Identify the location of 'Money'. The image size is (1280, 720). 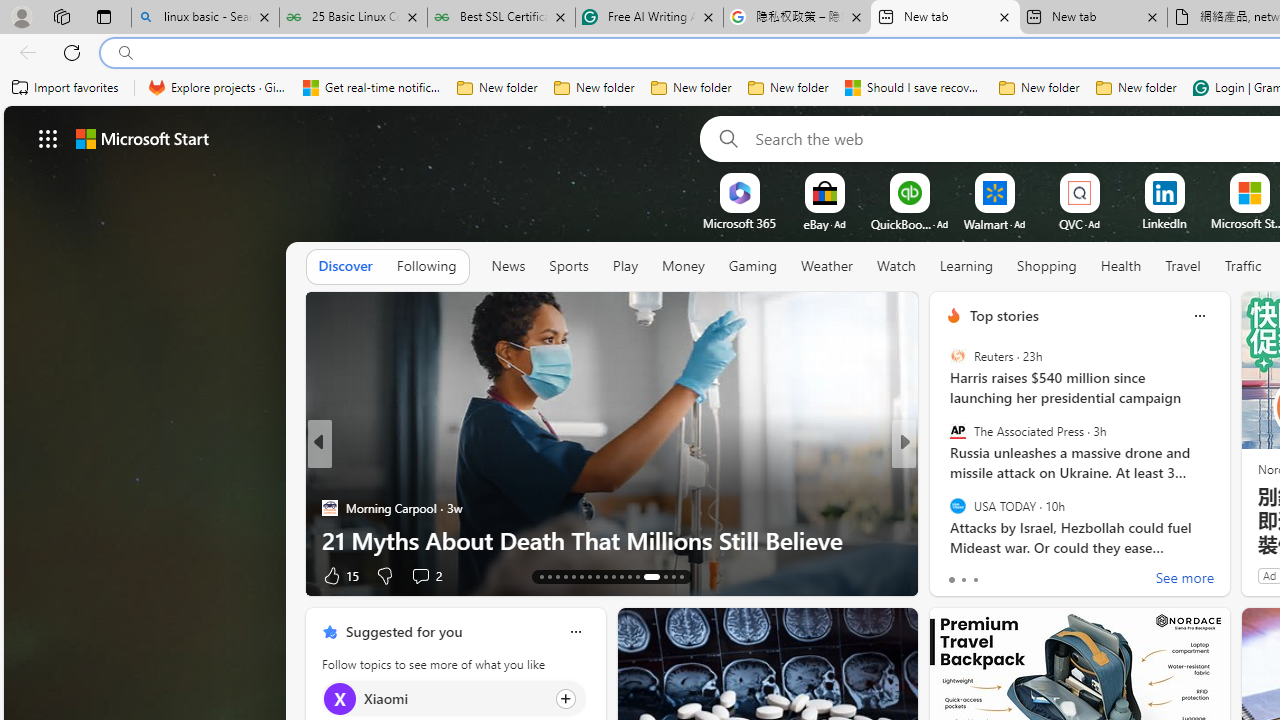
(682, 265).